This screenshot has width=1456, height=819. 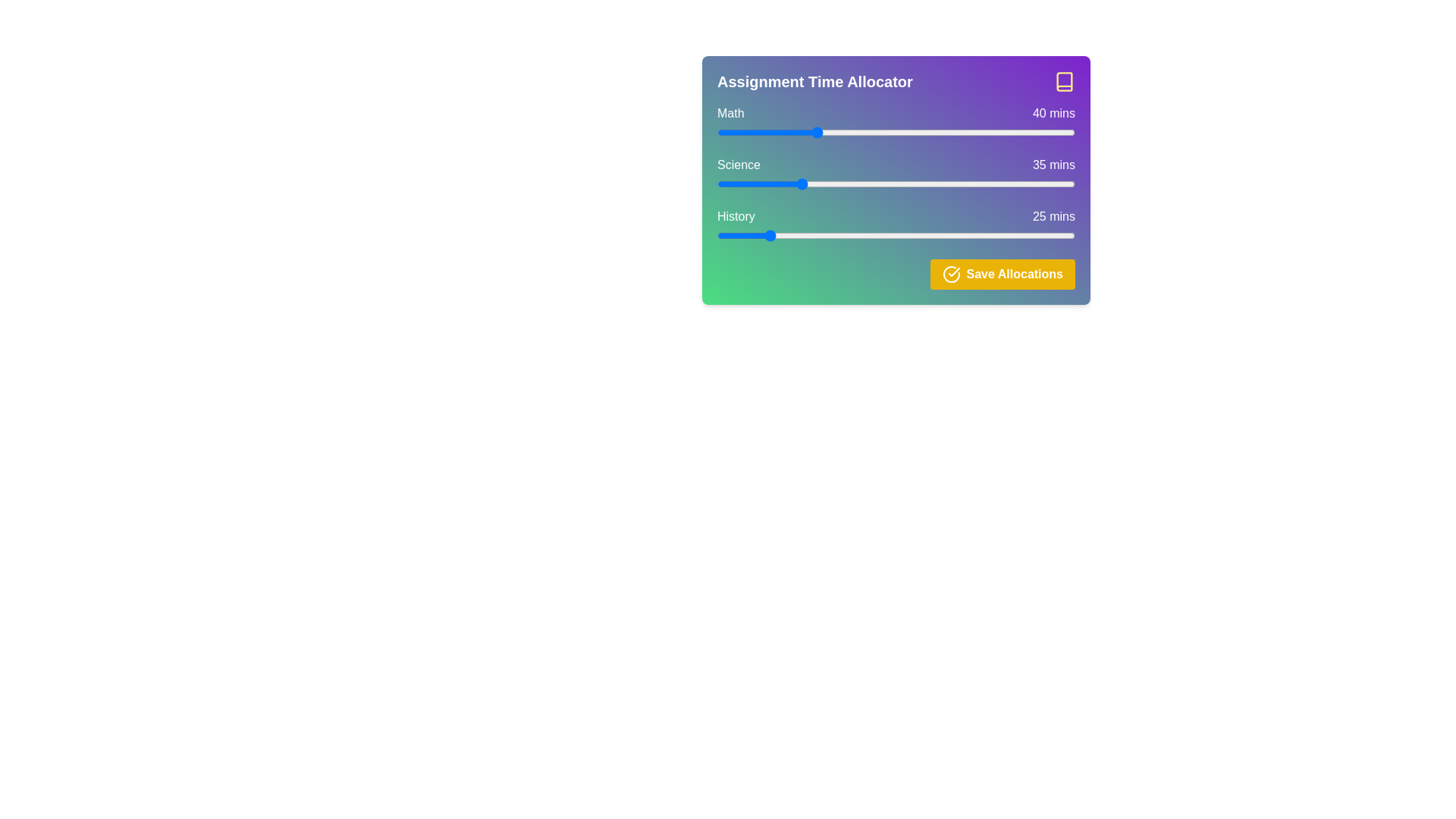 I want to click on the history allocation time, so click(x=947, y=236).